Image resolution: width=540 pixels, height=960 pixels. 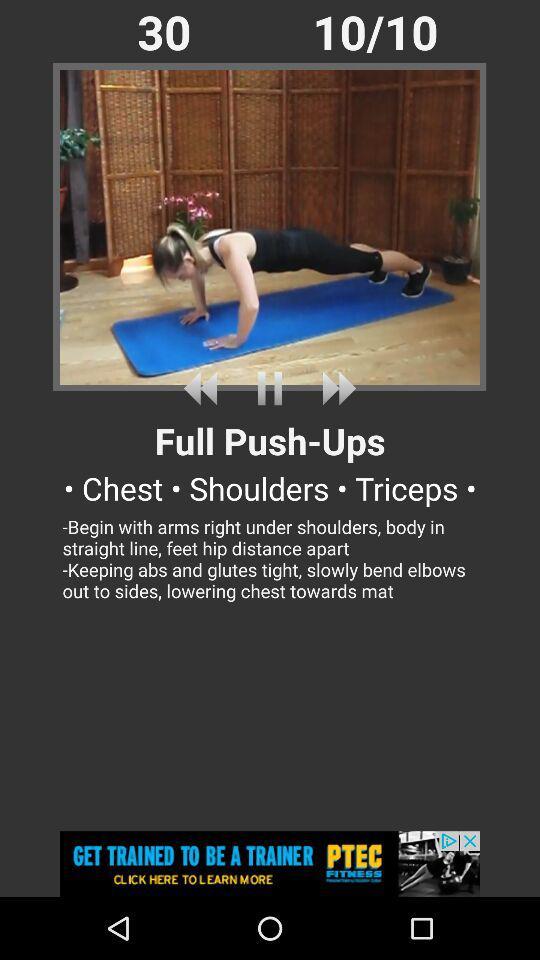 What do you see at coordinates (203, 387) in the screenshot?
I see `backward` at bounding box center [203, 387].